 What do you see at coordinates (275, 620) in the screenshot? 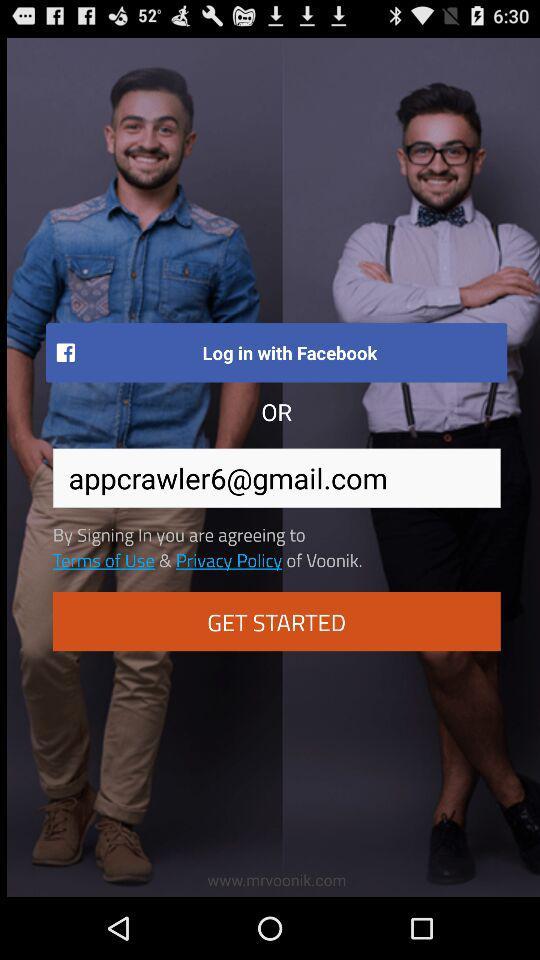
I see `icon below terms of use icon` at bounding box center [275, 620].